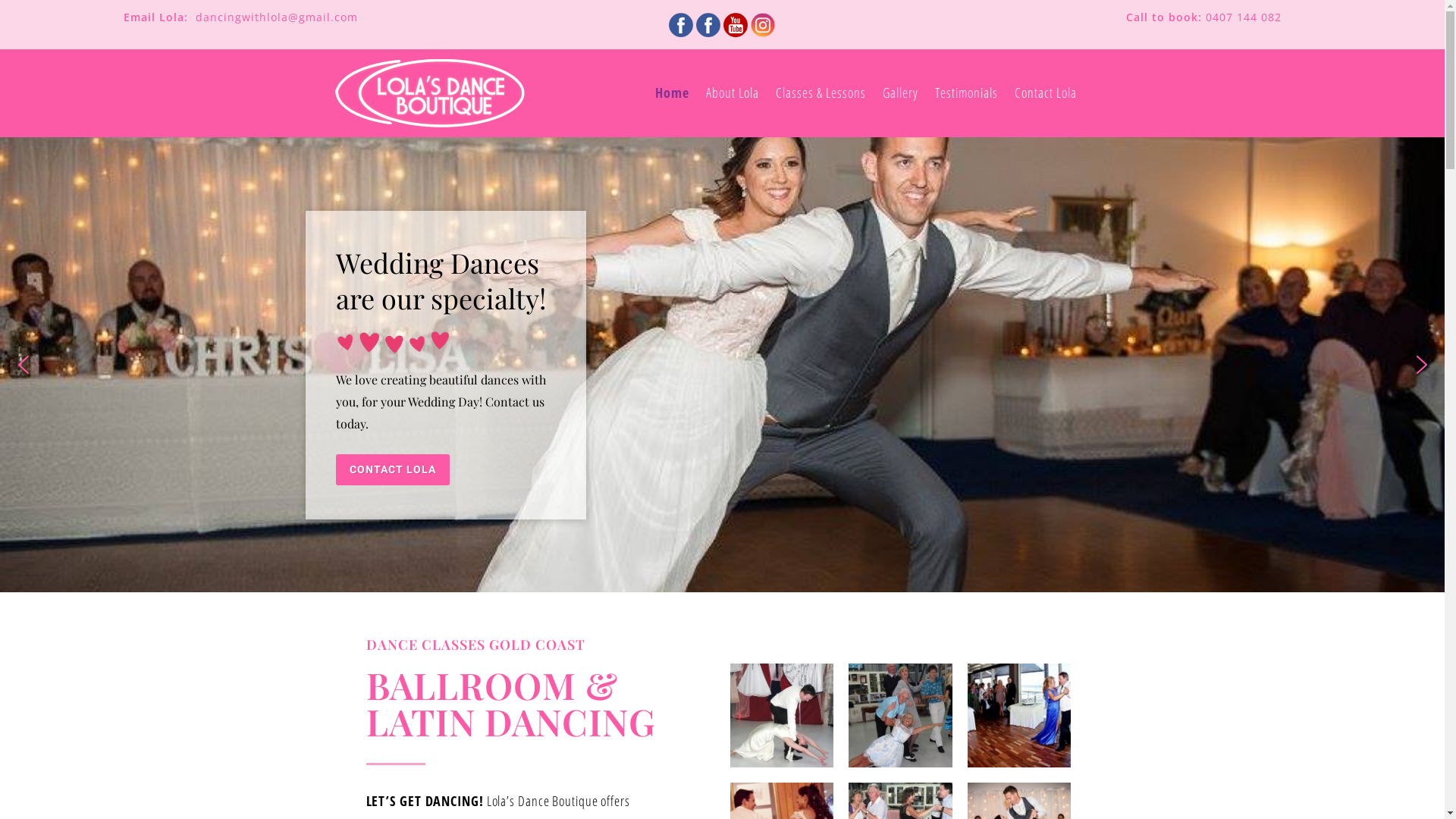 The height and width of the screenshot is (819, 1456). Describe the element at coordinates (900, 93) in the screenshot. I see `'Gallery'` at that location.